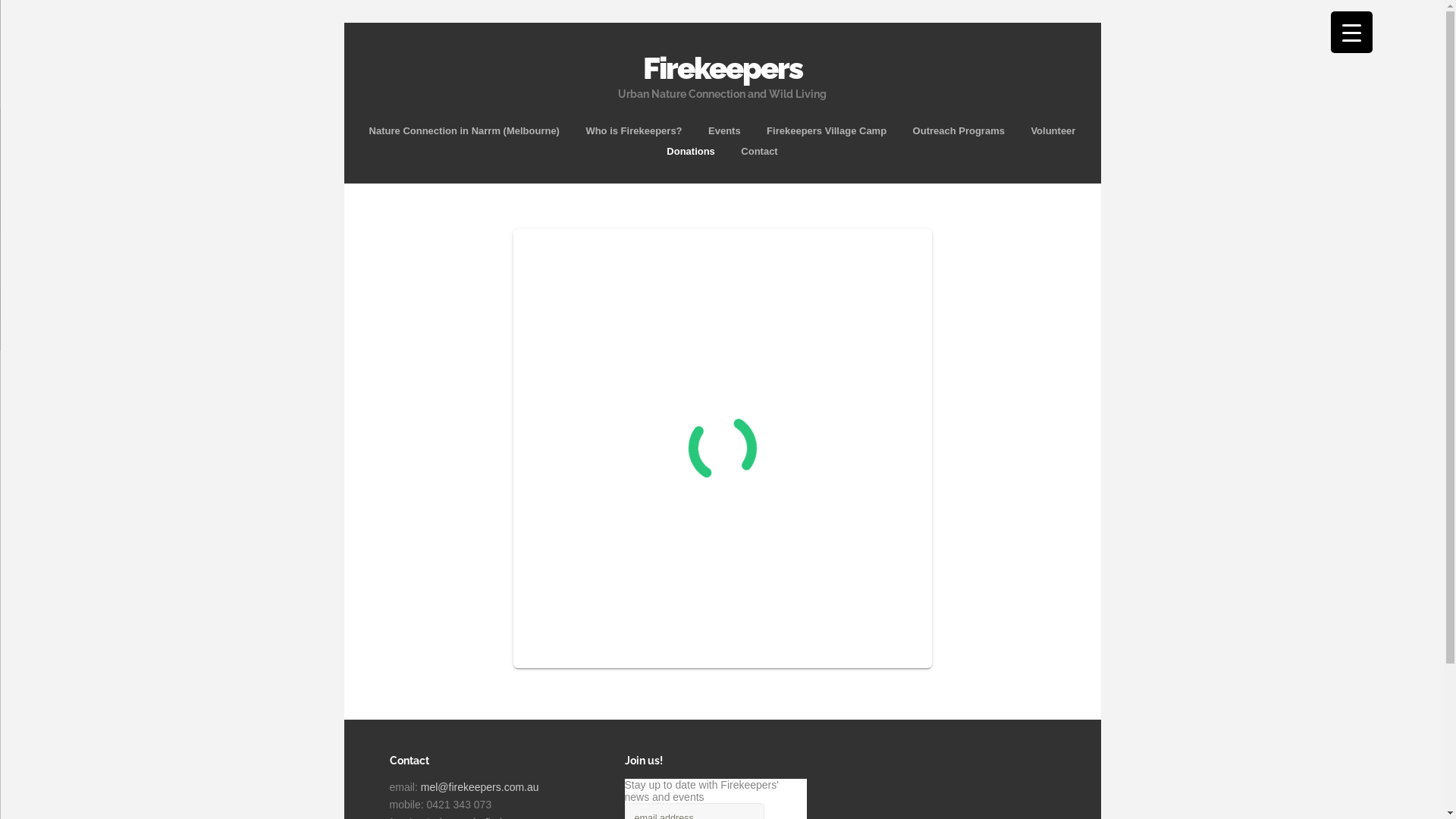 The image size is (1456, 819). What do you see at coordinates (825, 130) in the screenshot?
I see `'Firekeepers Village Camp'` at bounding box center [825, 130].